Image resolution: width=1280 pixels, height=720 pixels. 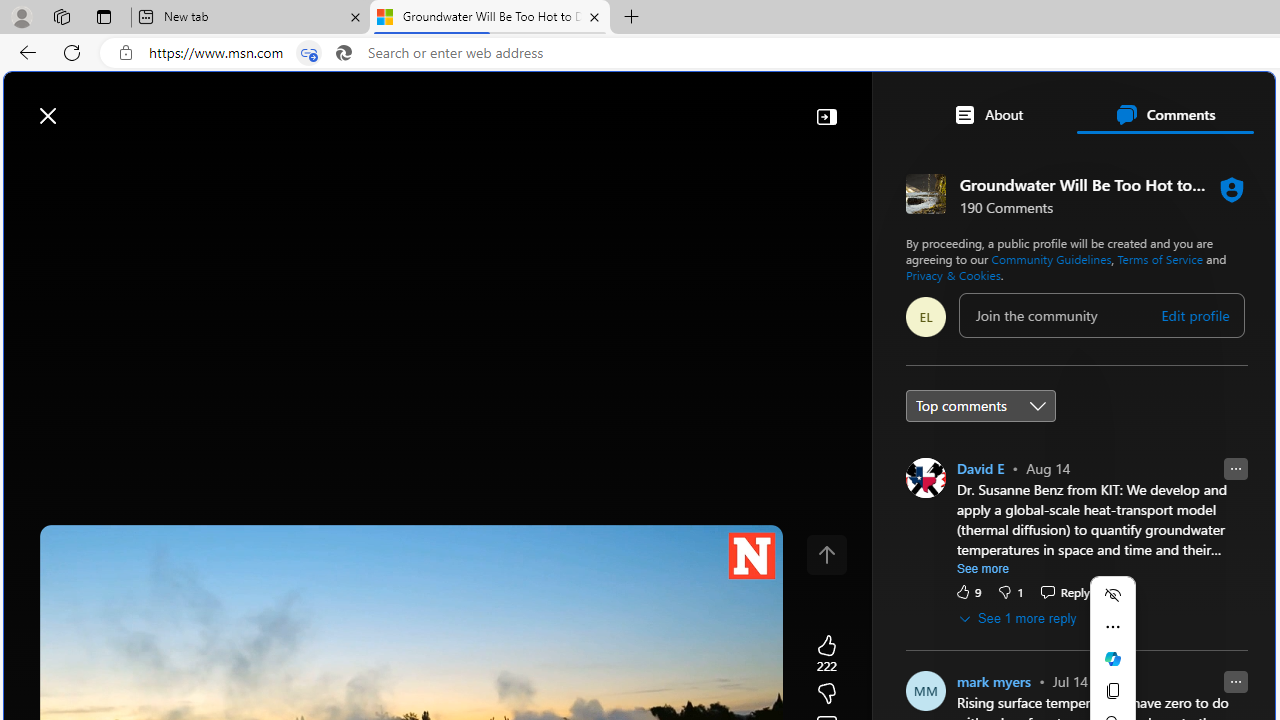 I want to click on 'Tabs in split screen', so click(x=308, y=52).